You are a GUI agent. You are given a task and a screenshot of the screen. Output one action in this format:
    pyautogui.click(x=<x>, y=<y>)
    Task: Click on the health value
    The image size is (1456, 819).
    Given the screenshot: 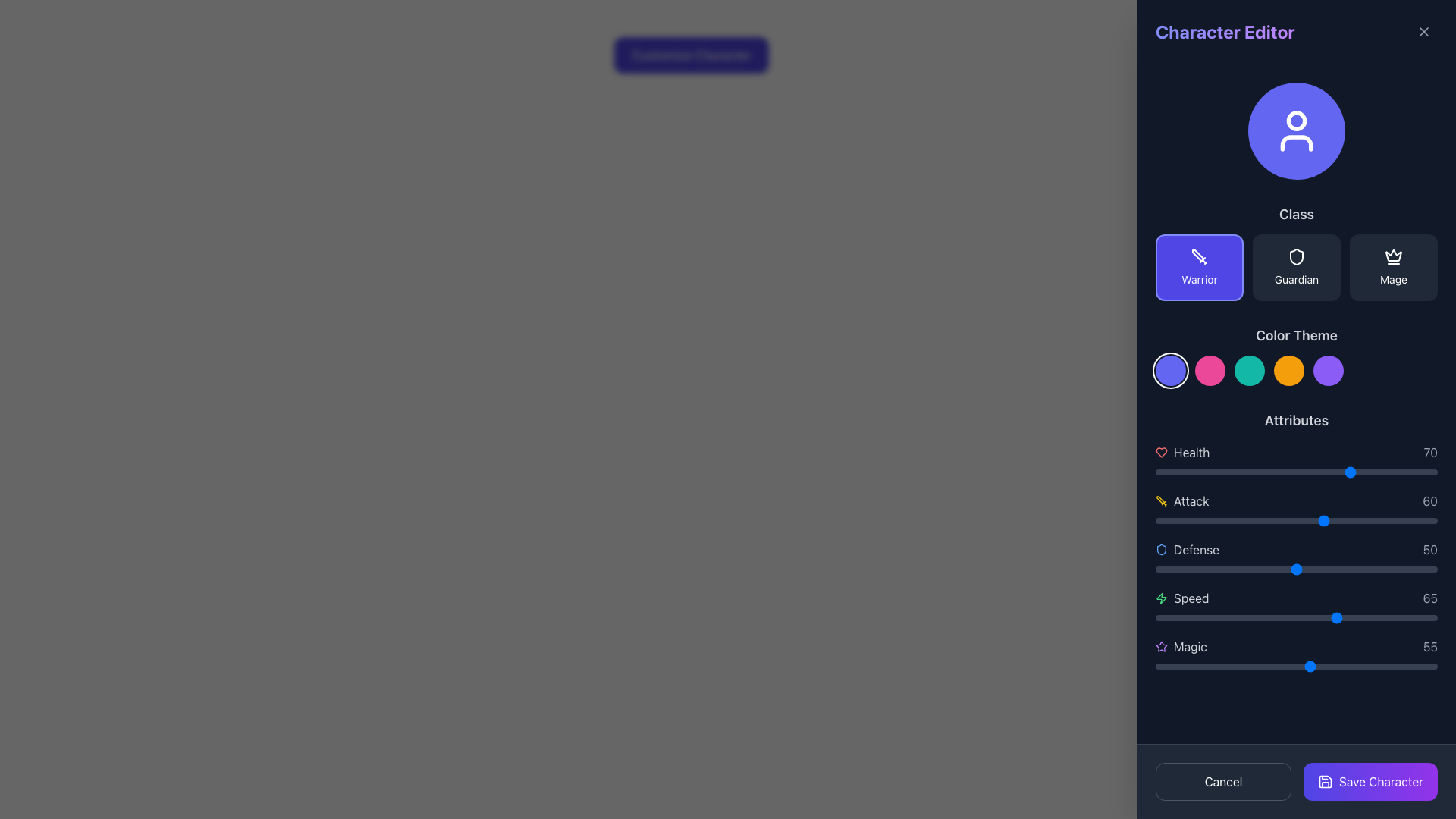 What is the action you would take?
    pyautogui.click(x=1191, y=472)
    